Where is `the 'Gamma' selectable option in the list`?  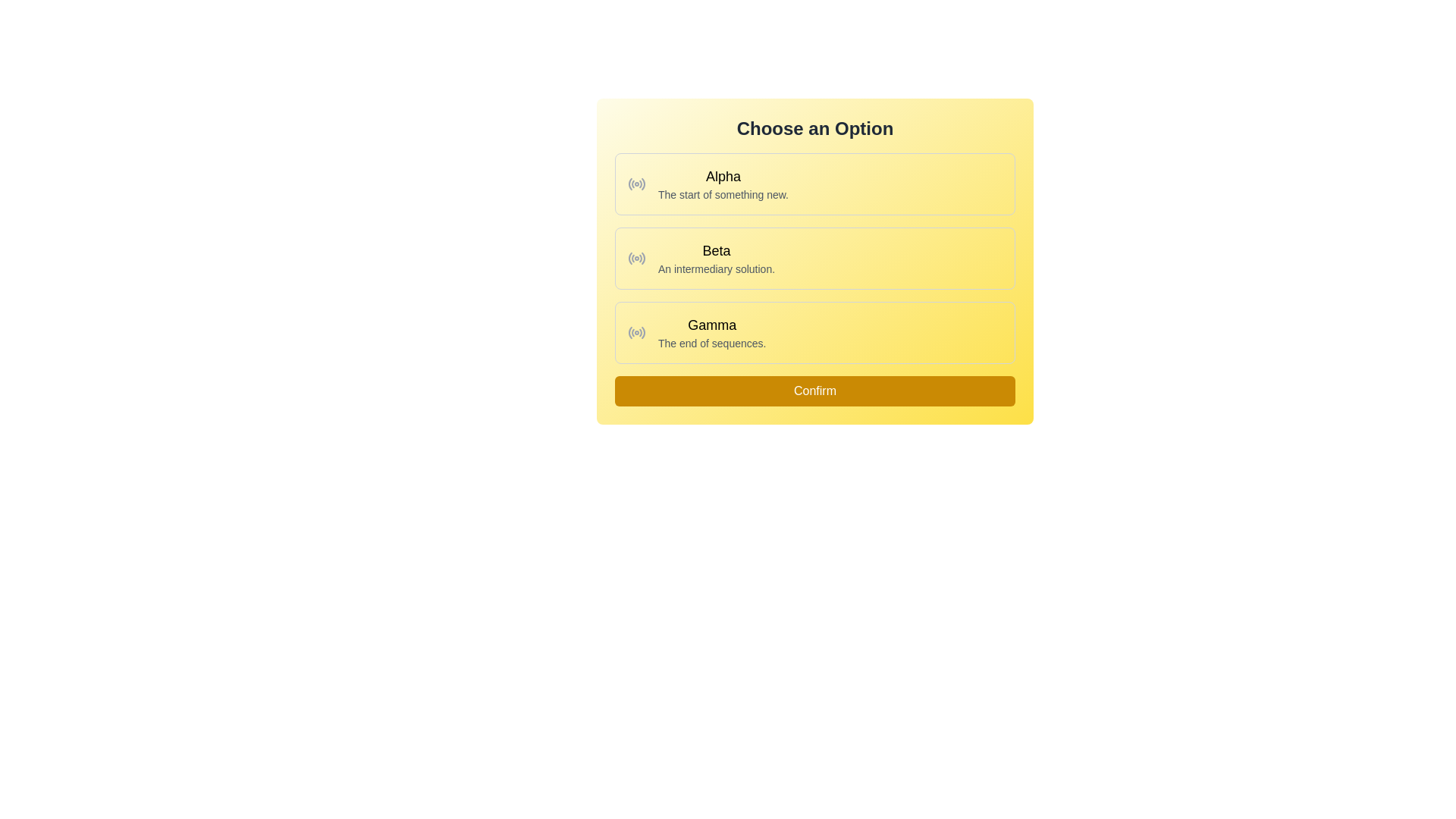 the 'Gamma' selectable option in the list is located at coordinates (711, 332).